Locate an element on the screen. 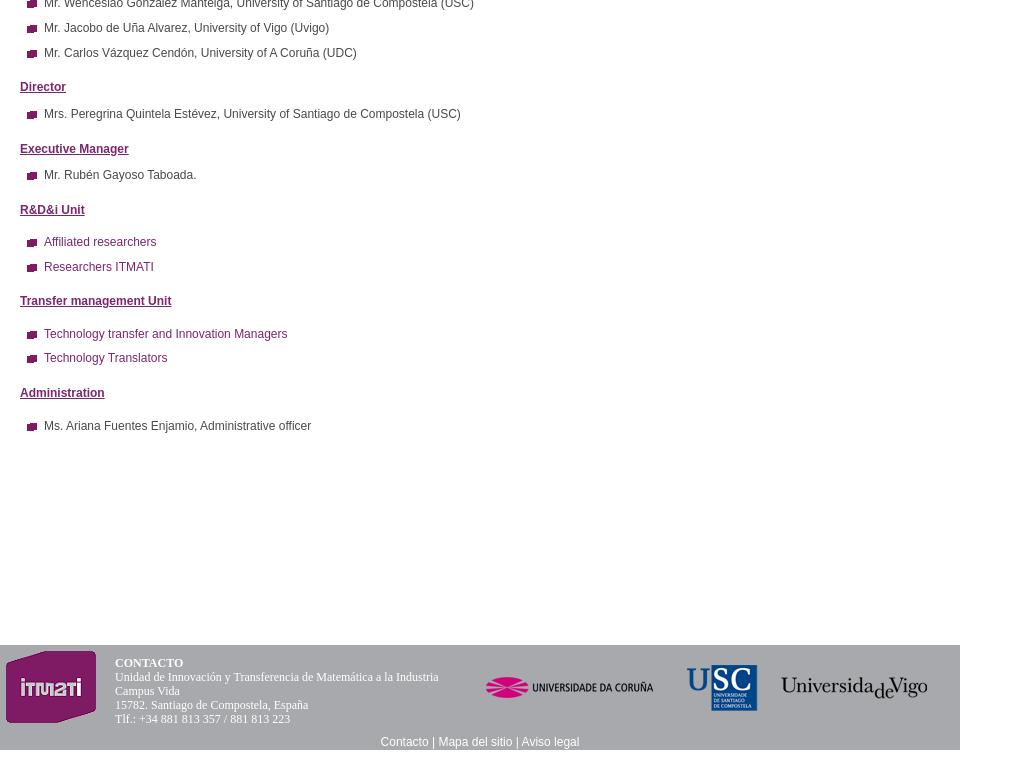 The image size is (1020, 782). 'Technology Translators' is located at coordinates (104, 356).